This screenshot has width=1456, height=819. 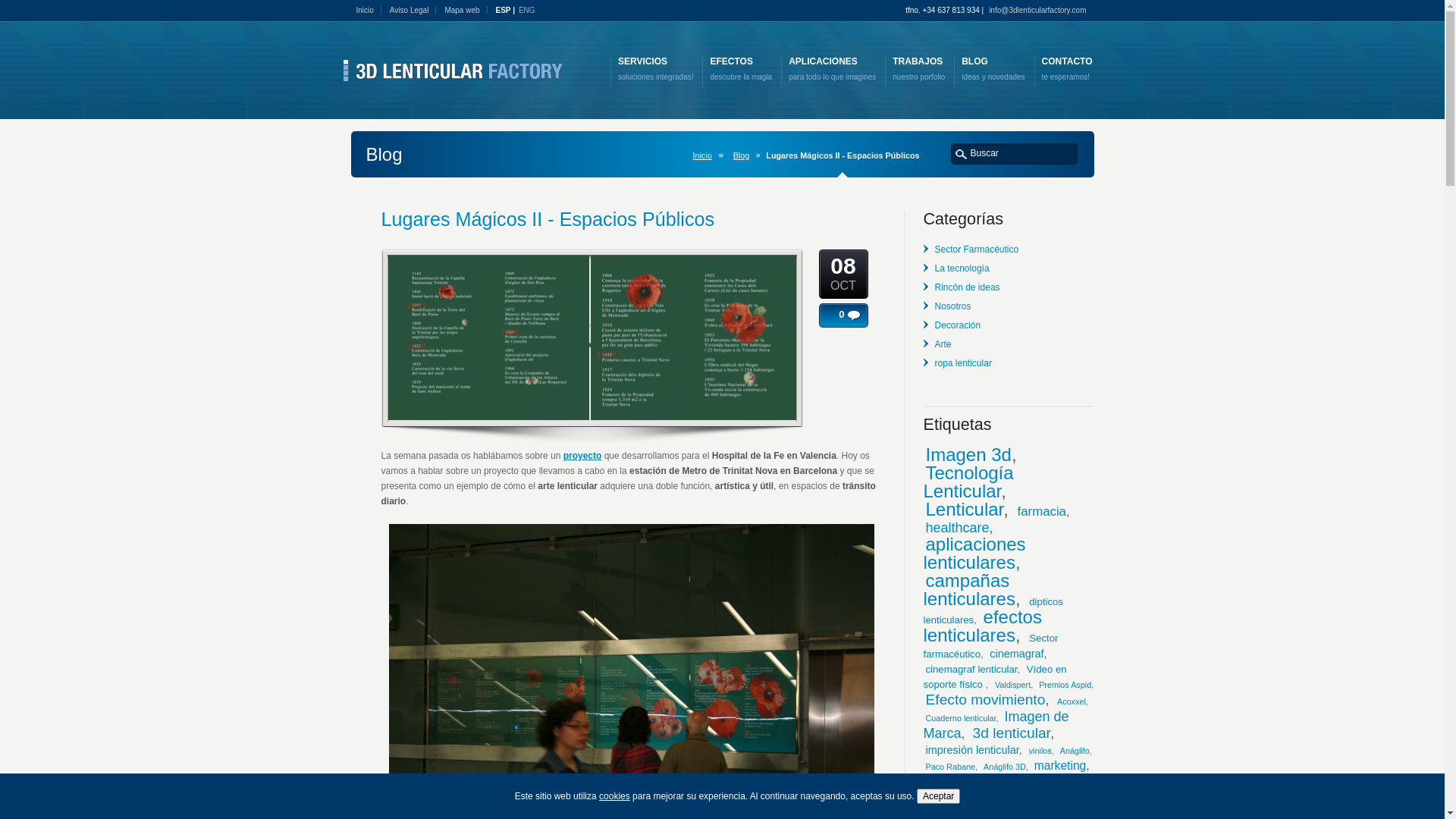 What do you see at coordinates (741, 69) in the screenshot?
I see `'EFECTOS` at bounding box center [741, 69].